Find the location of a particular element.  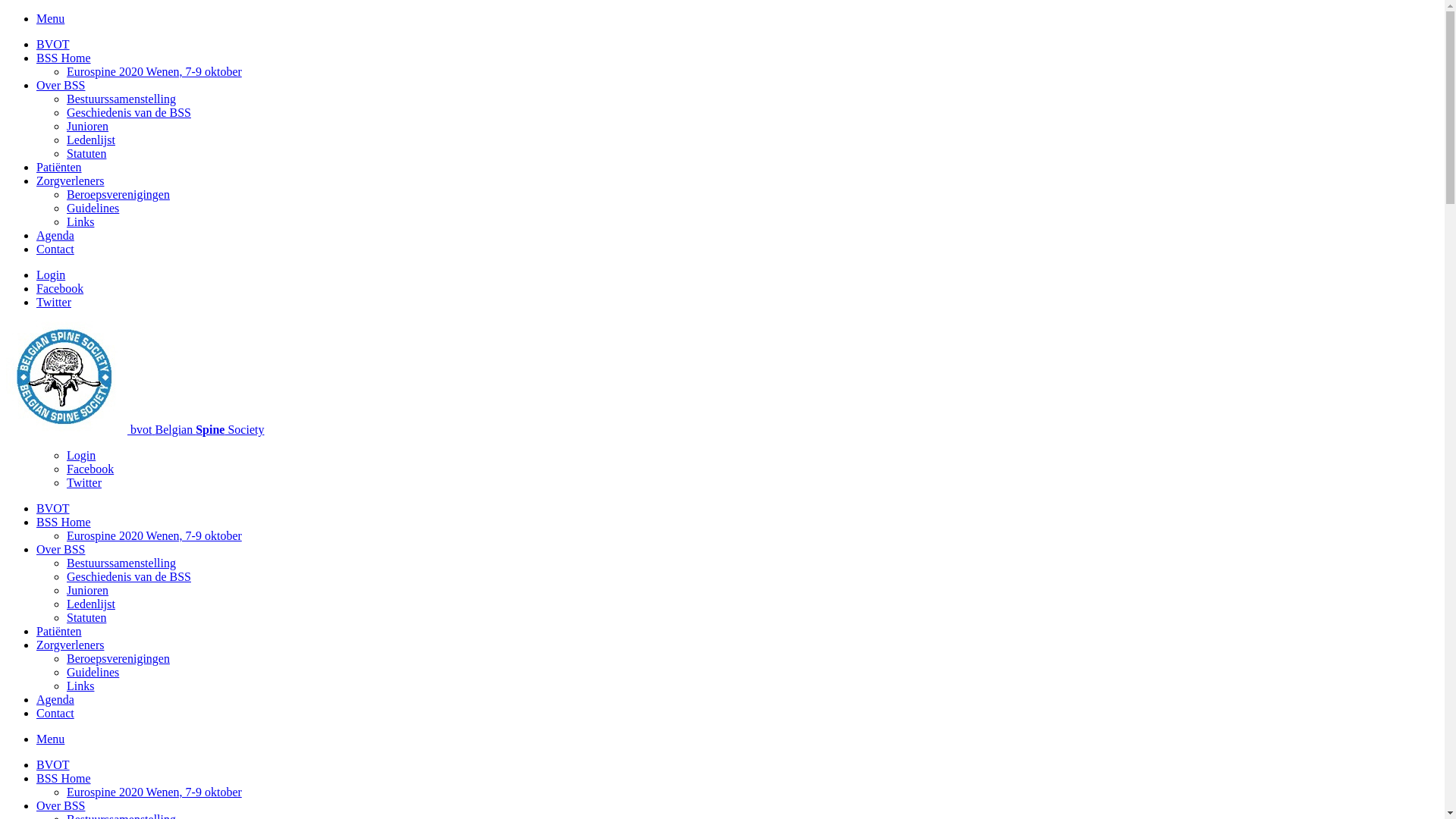

'Facebook' is located at coordinates (59, 288).